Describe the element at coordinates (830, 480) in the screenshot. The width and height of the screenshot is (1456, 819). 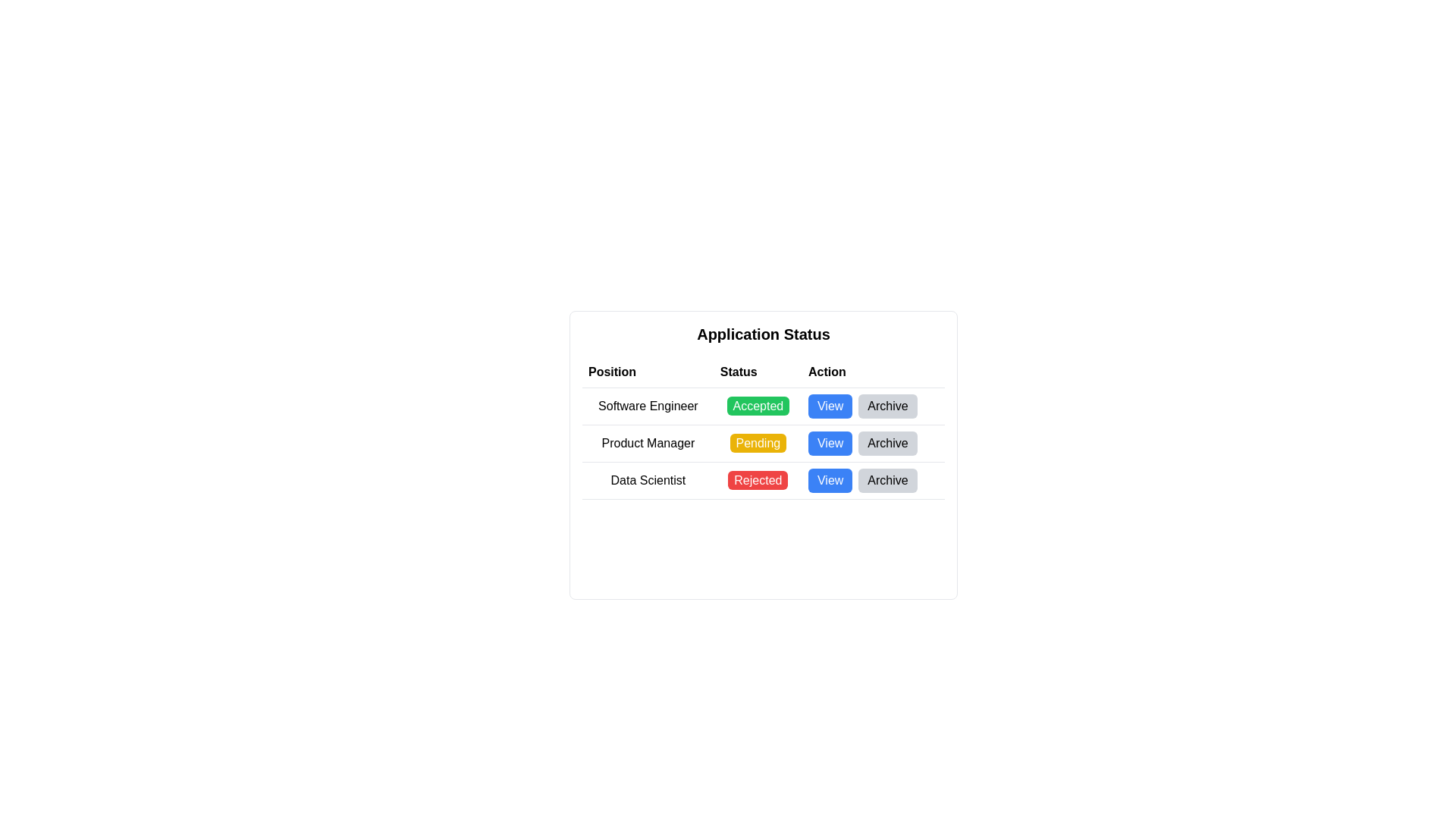
I see `the button in the 'Action' column of the table corresponding to the 'Data Scientist' position` at that location.